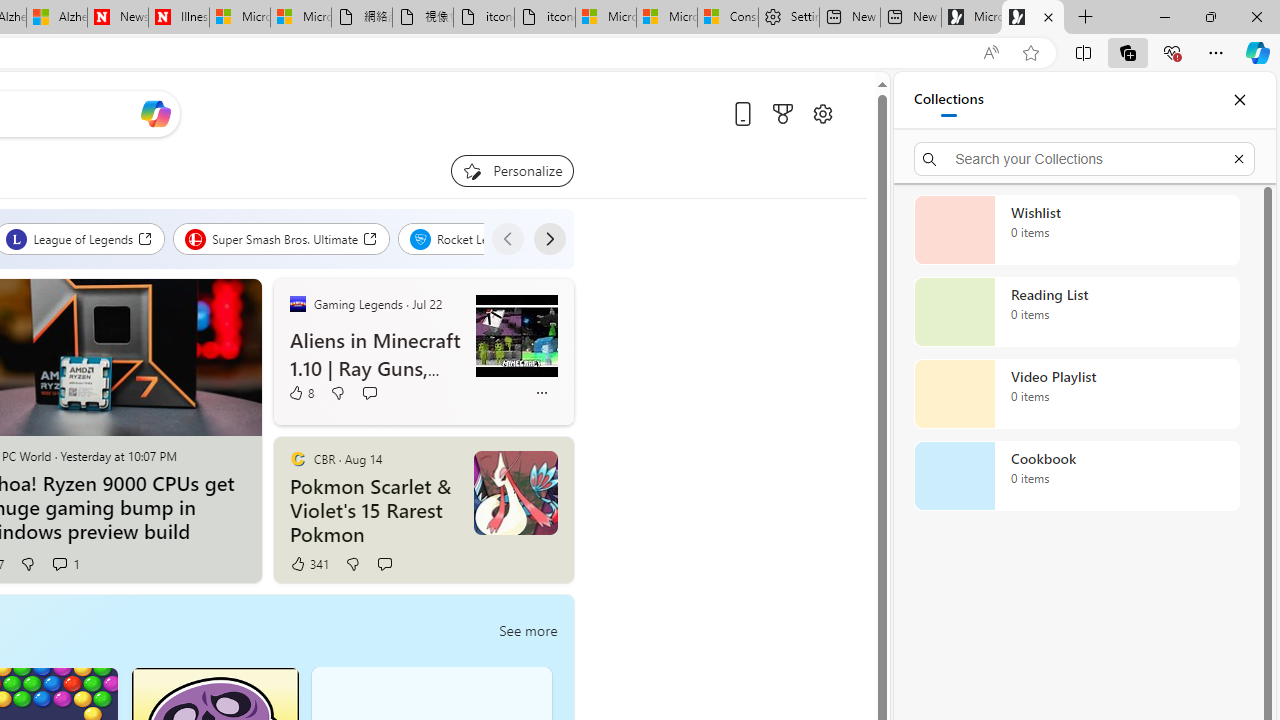 The height and width of the screenshot is (720, 1280). What do you see at coordinates (59, 563) in the screenshot?
I see `'View comments 1 Comment'` at bounding box center [59, 563].